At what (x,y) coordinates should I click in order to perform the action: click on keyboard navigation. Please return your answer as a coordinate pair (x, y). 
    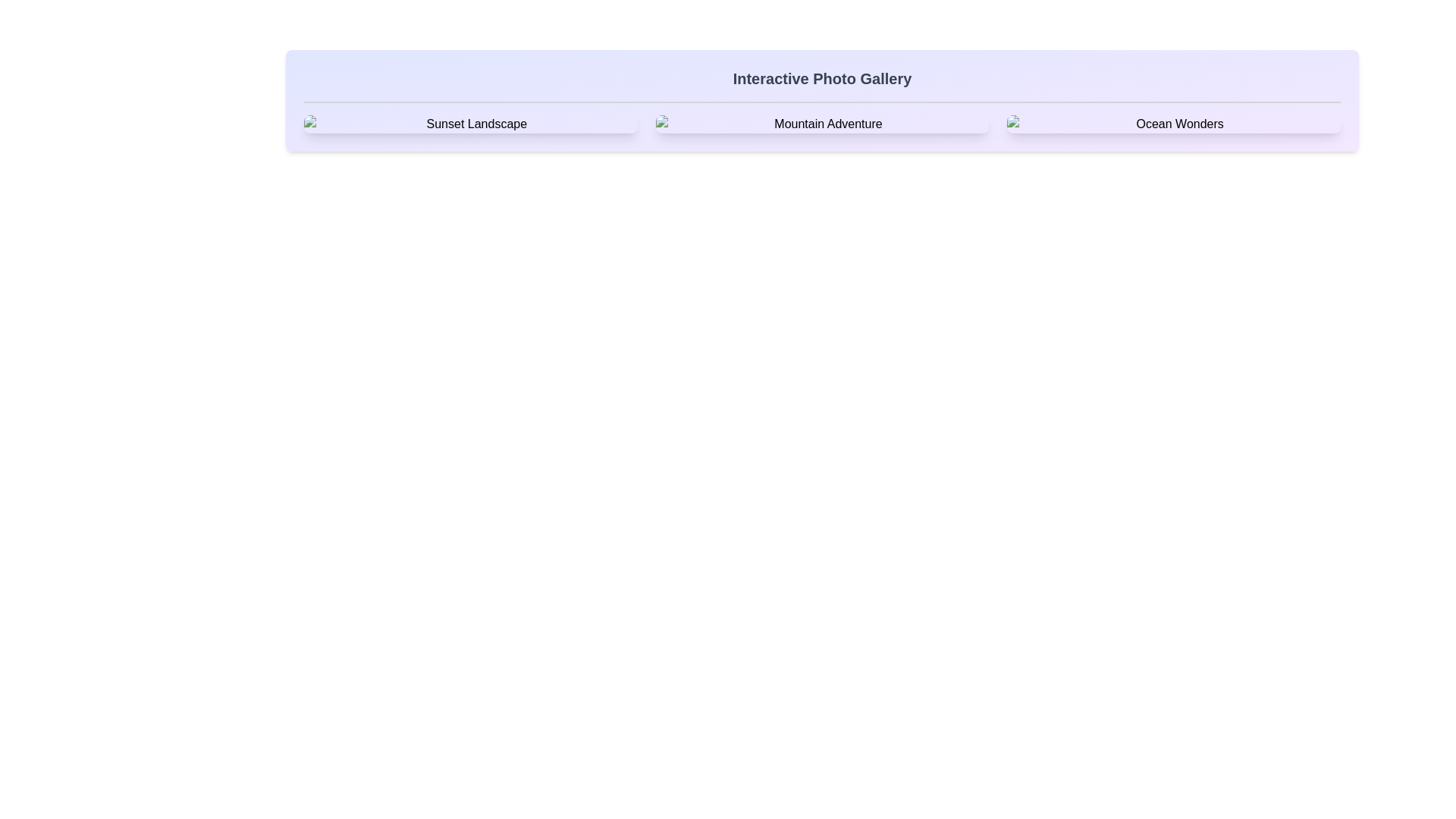
    Looking at the image, I should click on (864, 140).